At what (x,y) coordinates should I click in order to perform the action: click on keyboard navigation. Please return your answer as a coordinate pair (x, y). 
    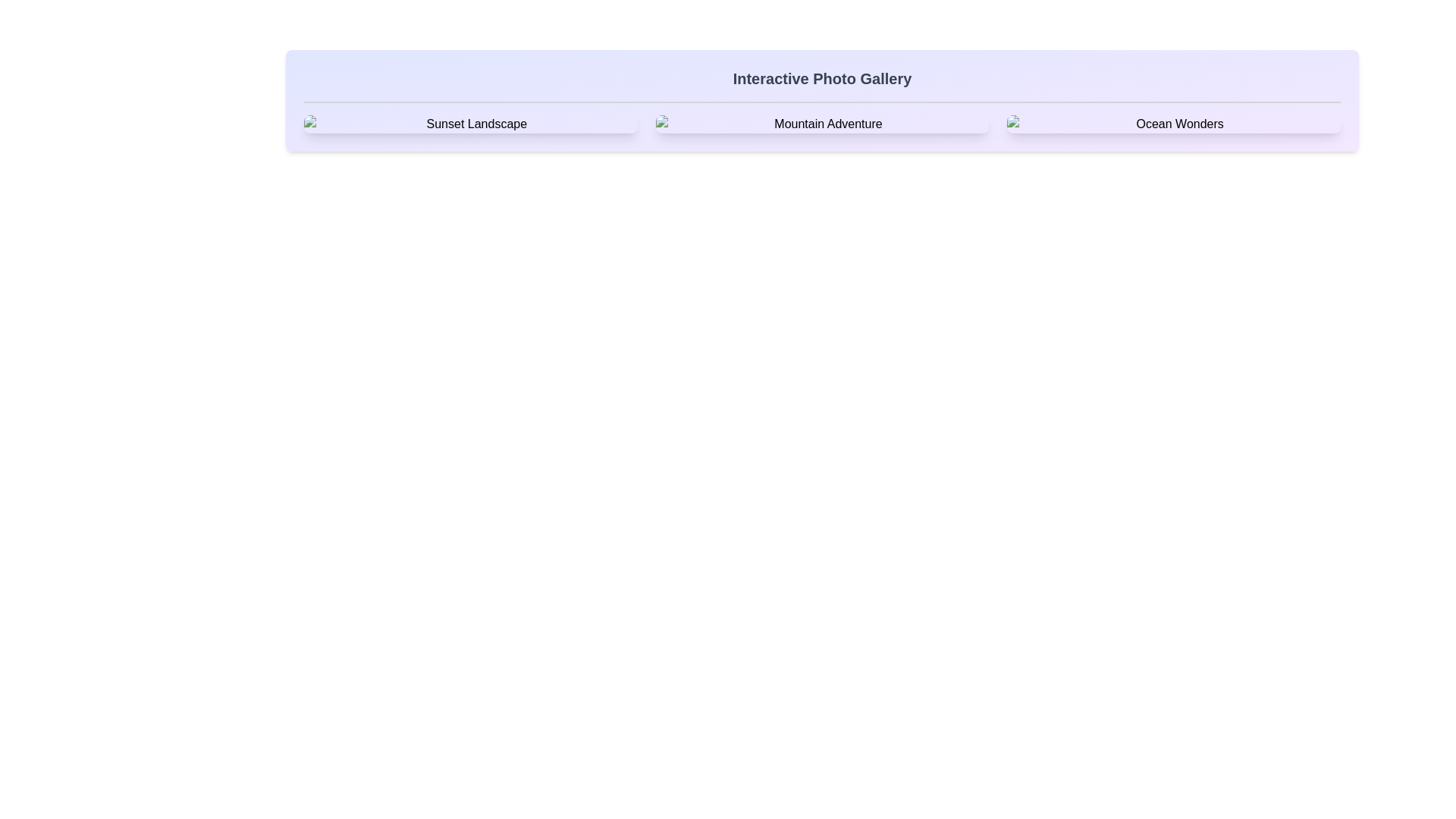
    Looking at the image, I should click on (864, 140).